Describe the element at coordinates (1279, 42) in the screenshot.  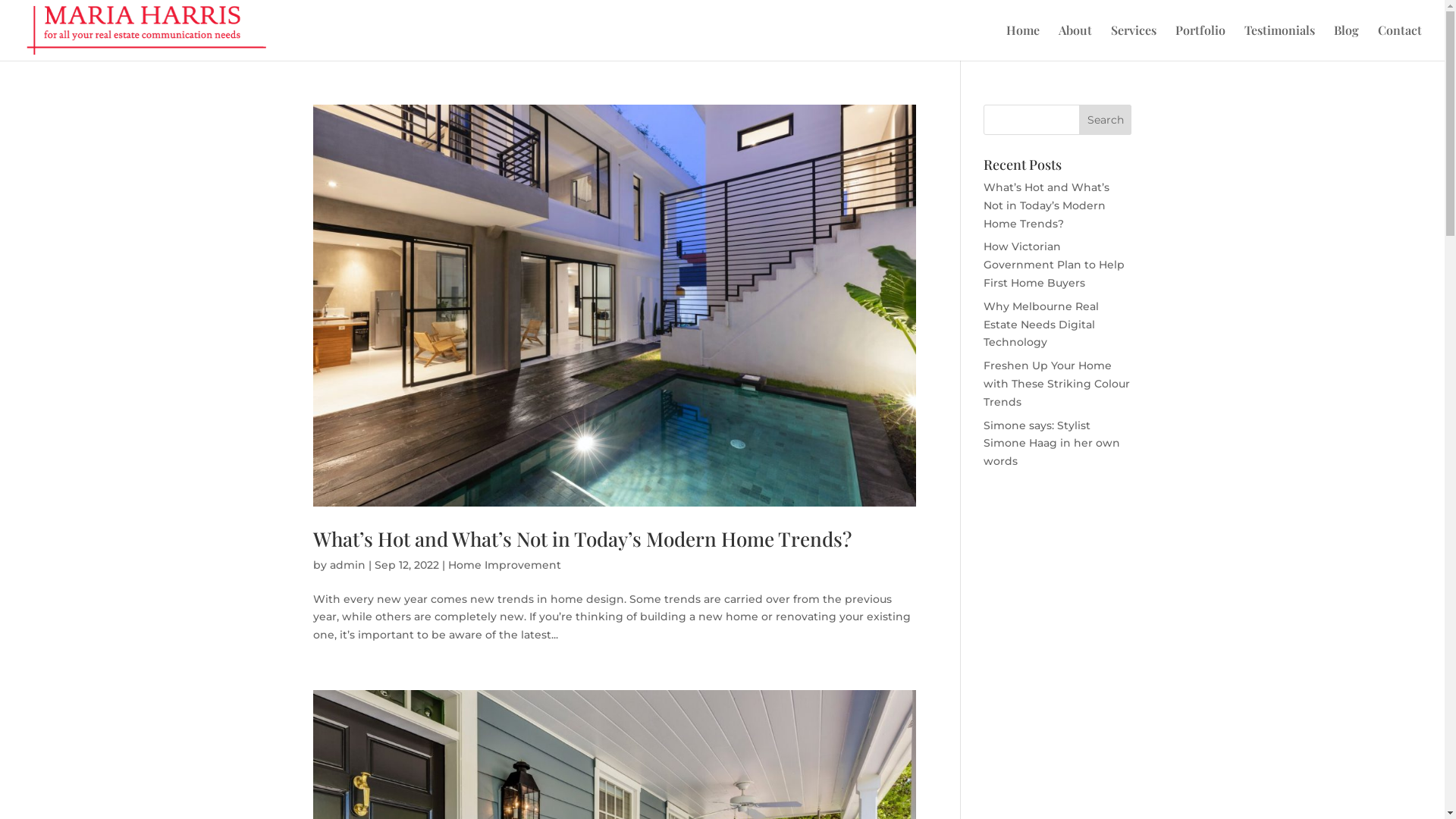
I see `'Testimonials'` at that location.